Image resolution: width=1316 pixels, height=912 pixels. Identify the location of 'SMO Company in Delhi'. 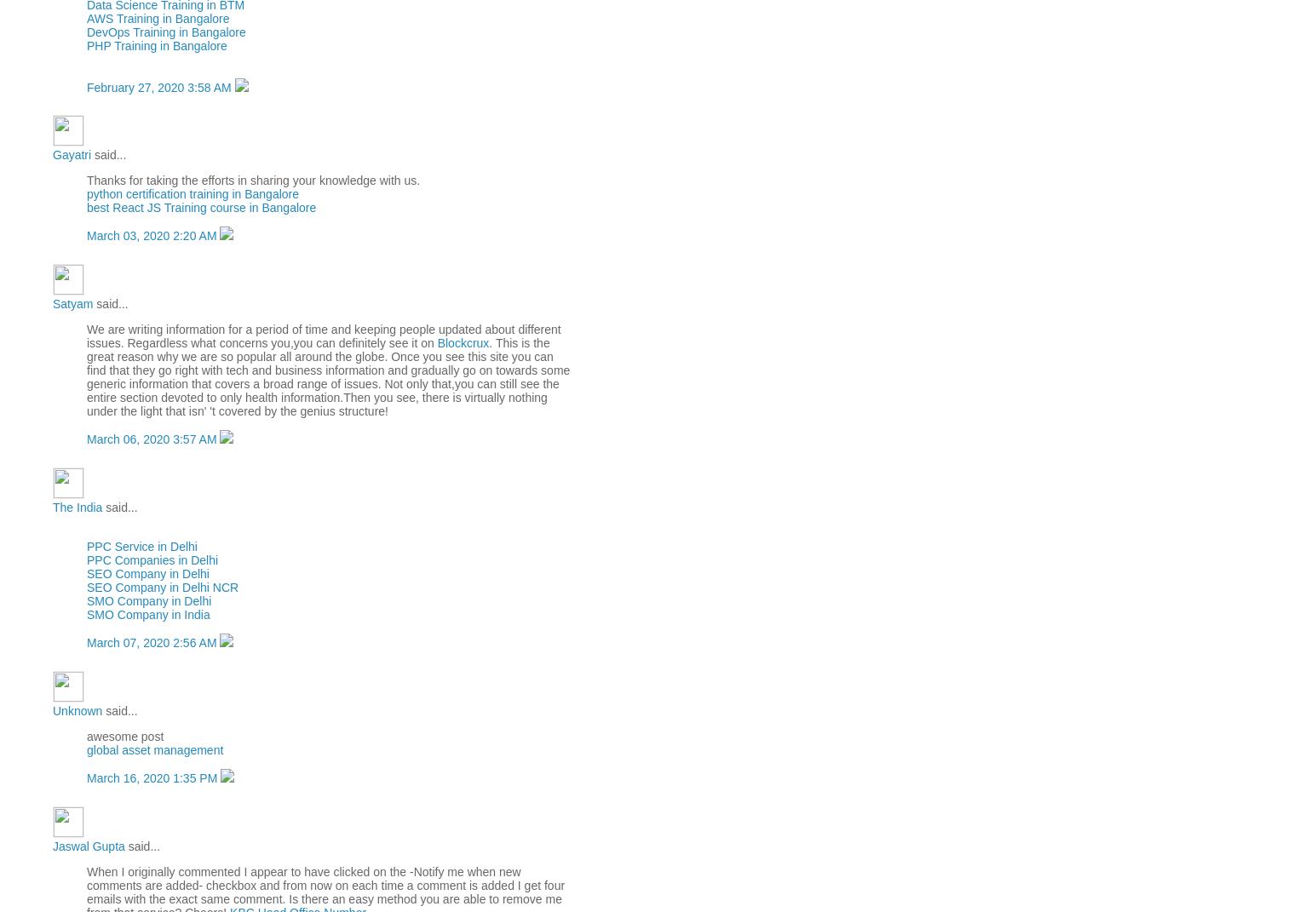
(149, 601).